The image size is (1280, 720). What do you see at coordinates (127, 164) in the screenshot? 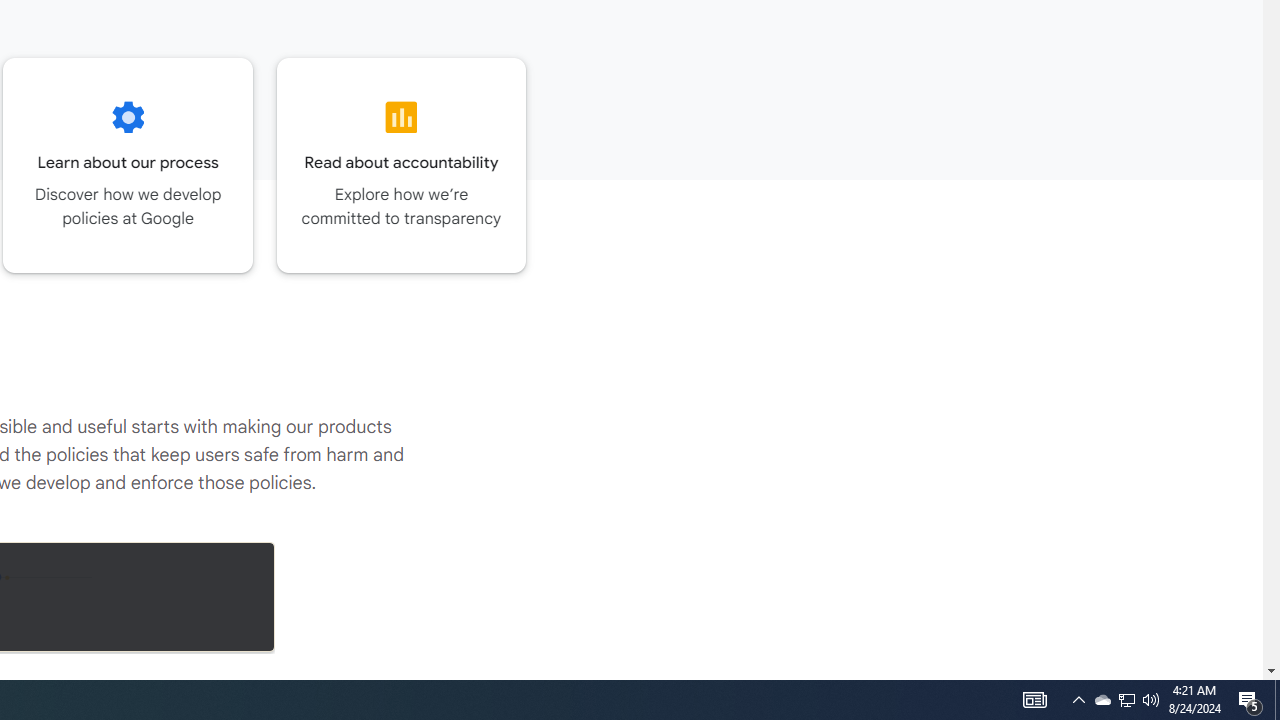
I see `'Go to the Our process page'` at bounding box center [127, 164].